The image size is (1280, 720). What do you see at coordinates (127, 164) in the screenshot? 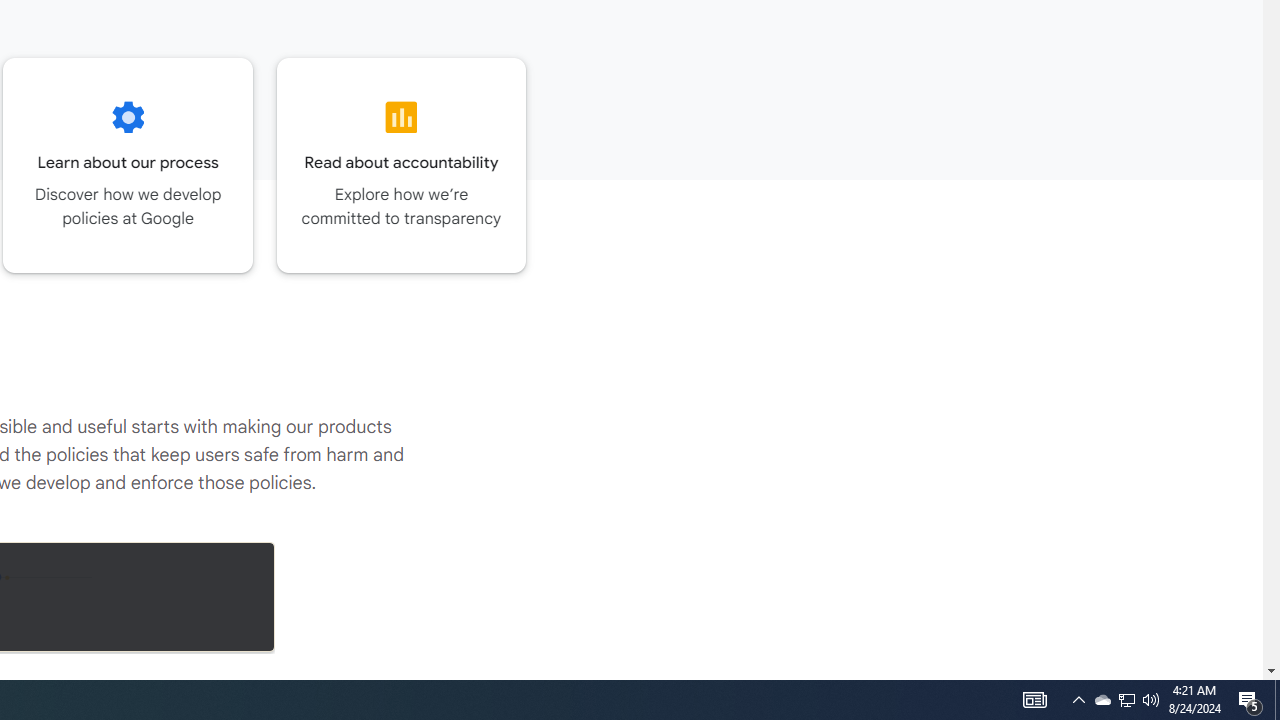
I see `'Go to the Our process page'` at bounding box center [127, 164].